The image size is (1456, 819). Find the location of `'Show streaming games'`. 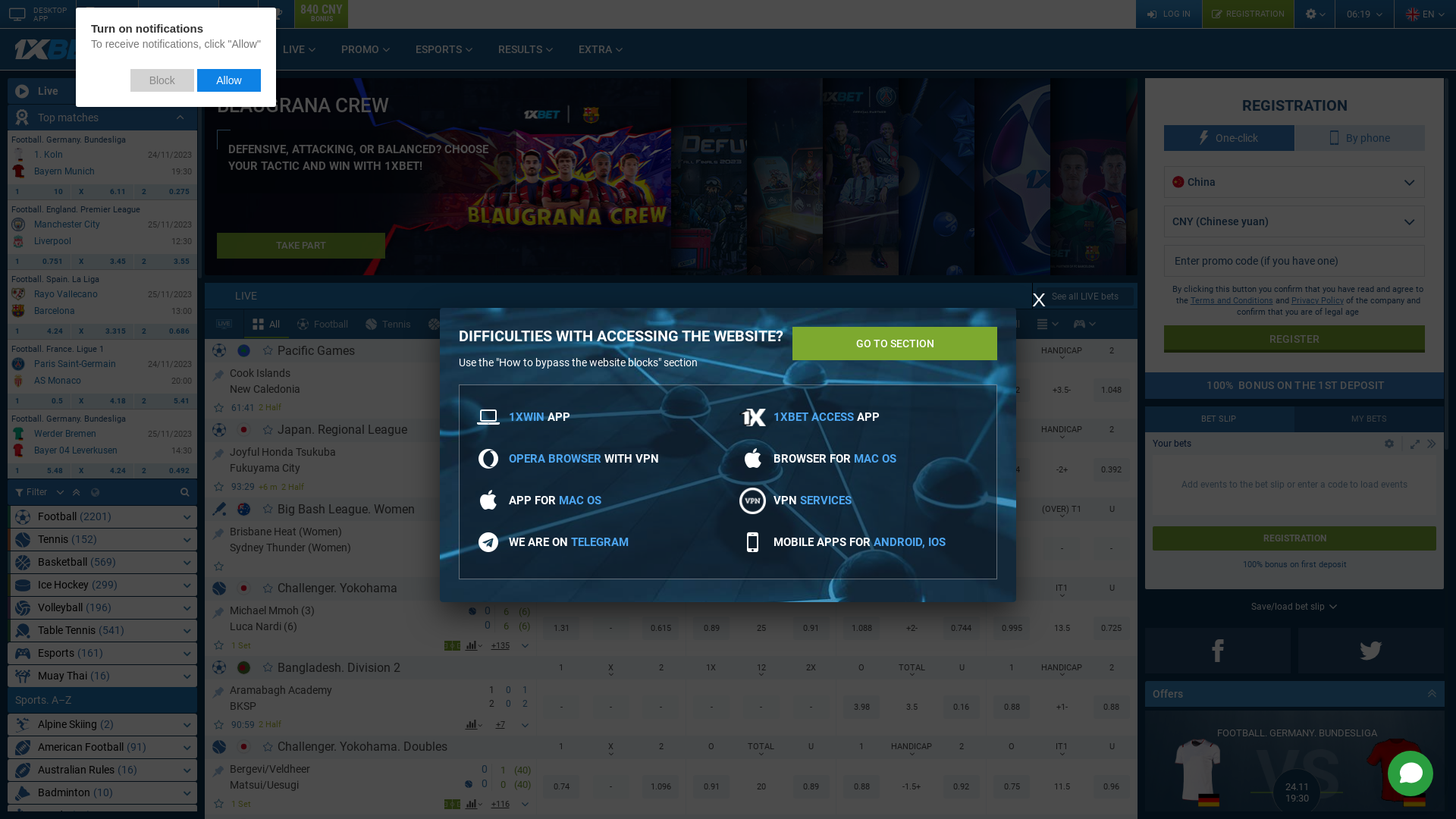

'Show streaming games' is located at coordinates (223, 323).